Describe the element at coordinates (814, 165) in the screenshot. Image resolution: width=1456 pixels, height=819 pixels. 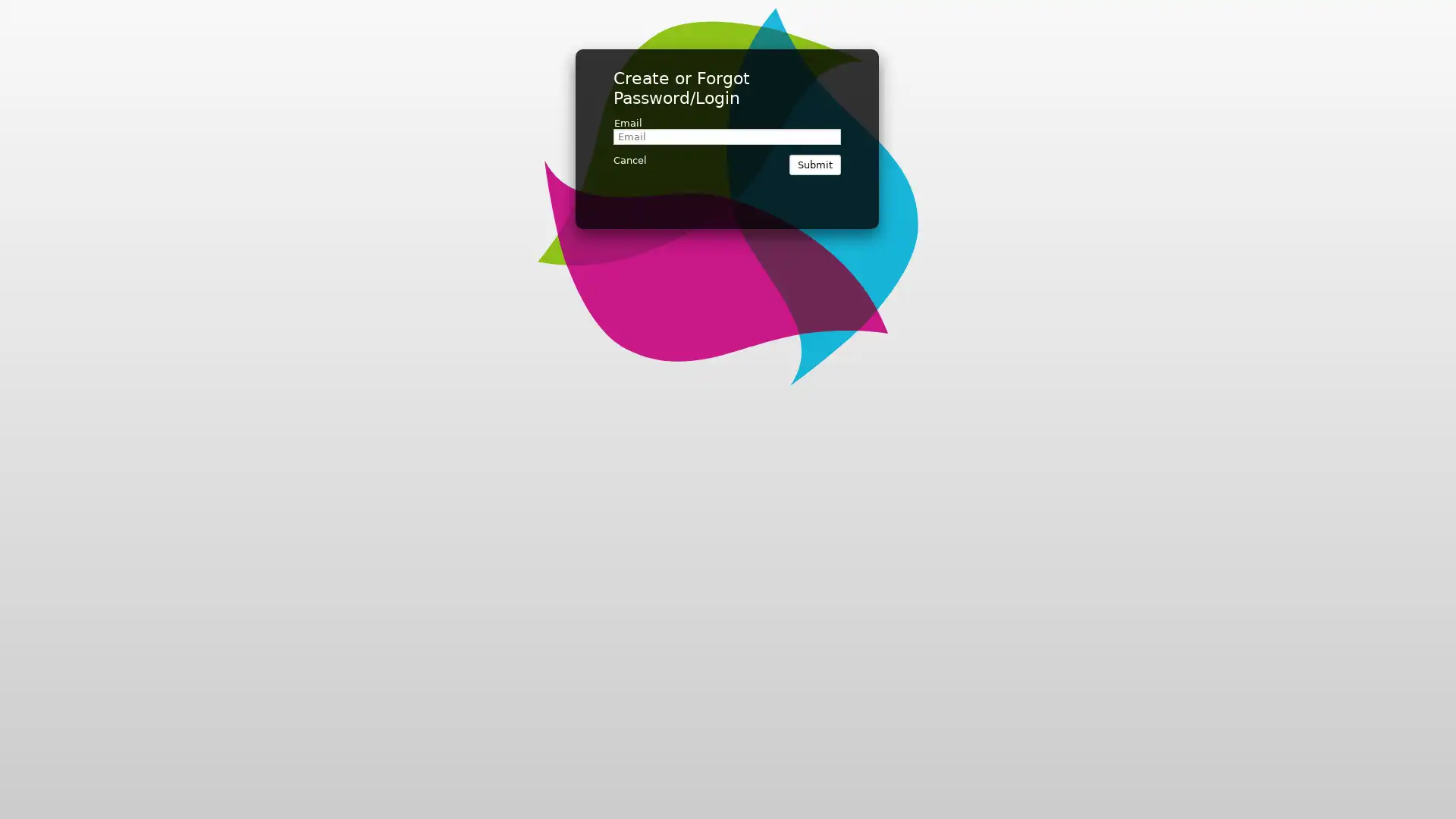
I see `Submit` at that location.